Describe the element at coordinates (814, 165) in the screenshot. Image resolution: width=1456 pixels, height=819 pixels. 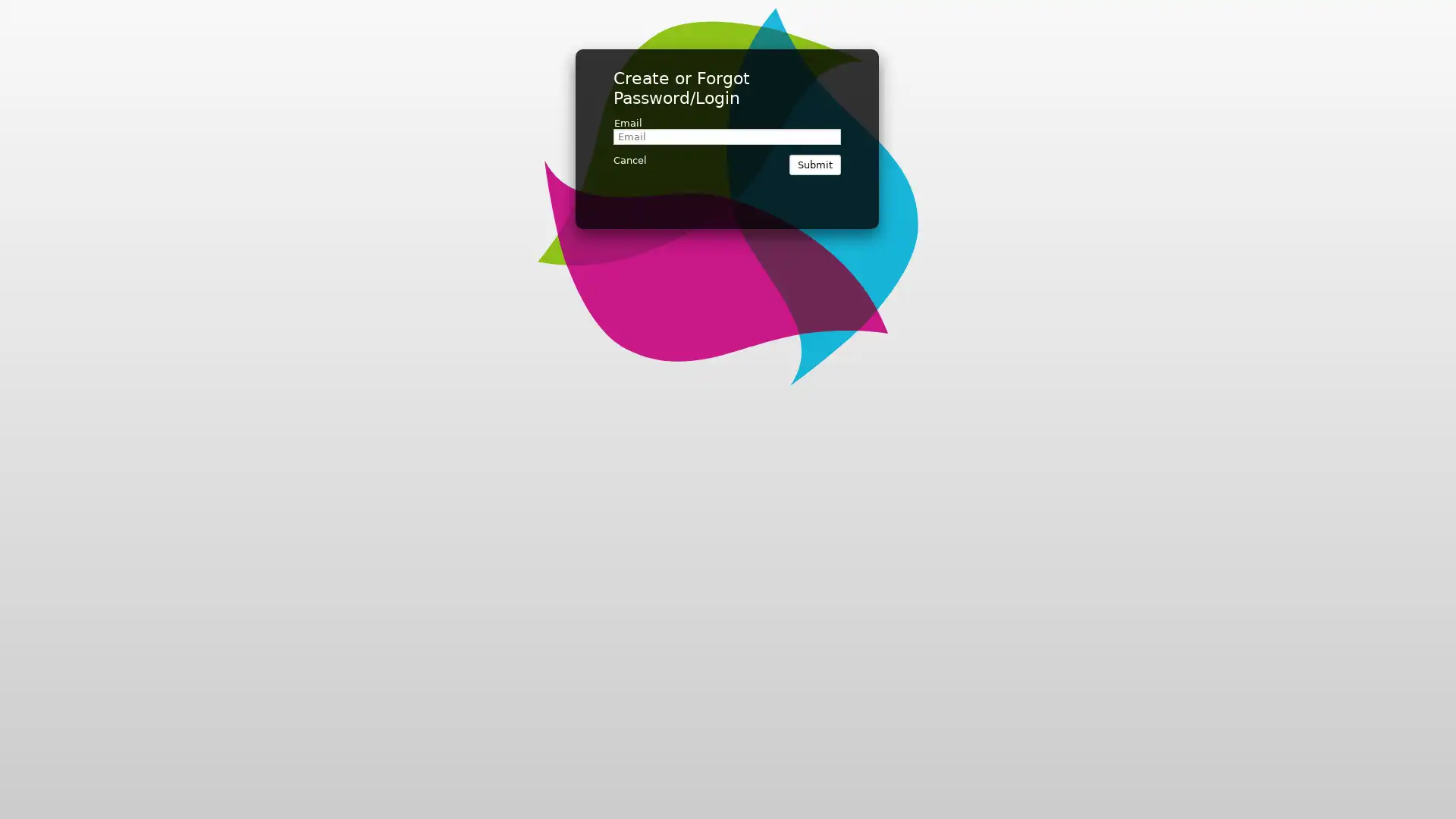
I see `Submit` at that location.